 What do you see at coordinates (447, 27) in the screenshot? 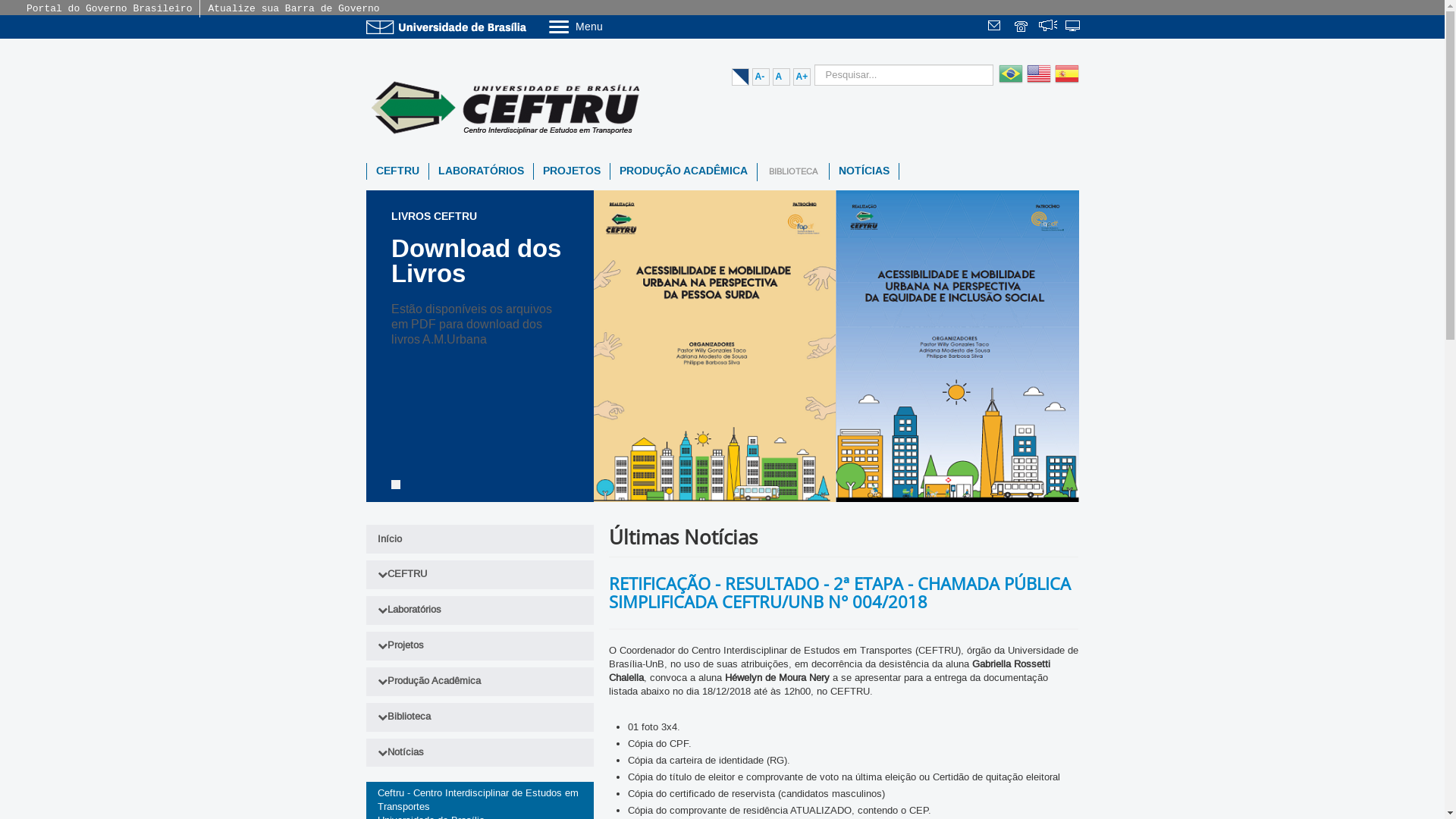
I see `'Ir para o Portal da UnB'` at bounding box center [447, 27].